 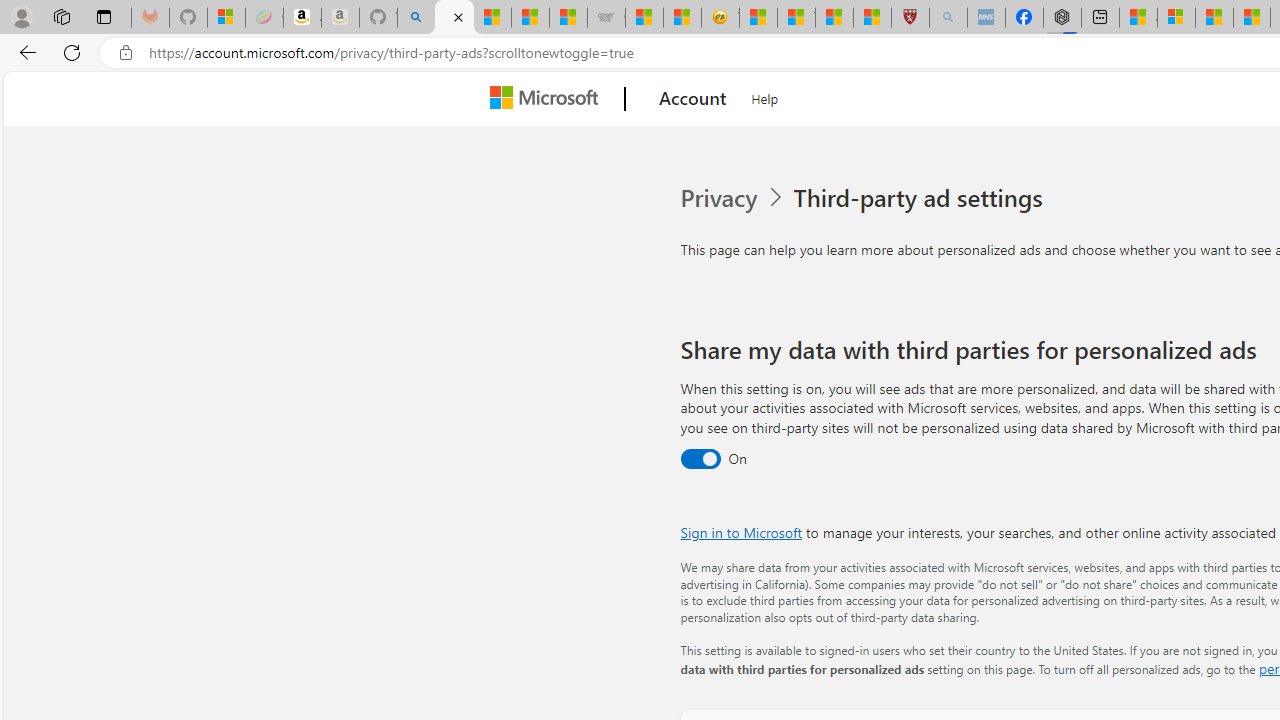 What do you see at coordinates (872, 17) in the screenshot?
I see `'12 Popular Science Lies that Must be Corrected'` at bounding box center [872, 17].